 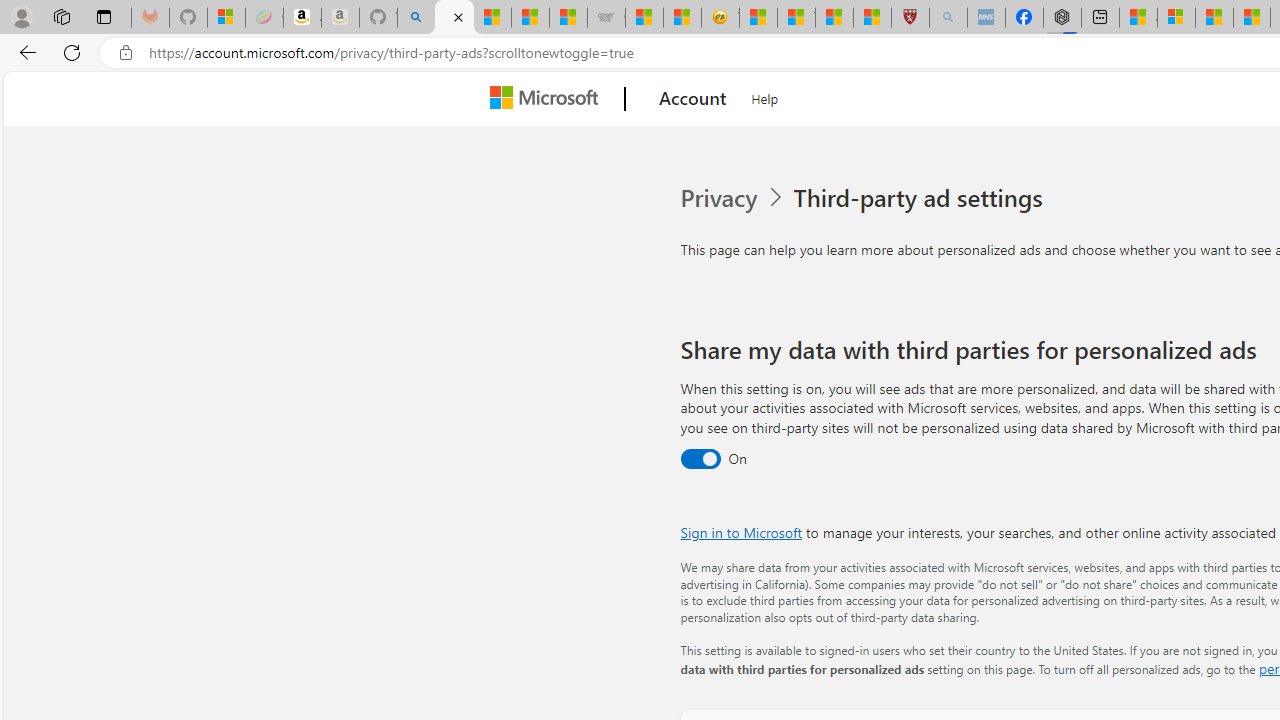 What do you see at coordinates (872, 17) in the screenshot?
I see `'12 Popular Science Lies that Must be Corrected'` at bounding box center [872, 17].